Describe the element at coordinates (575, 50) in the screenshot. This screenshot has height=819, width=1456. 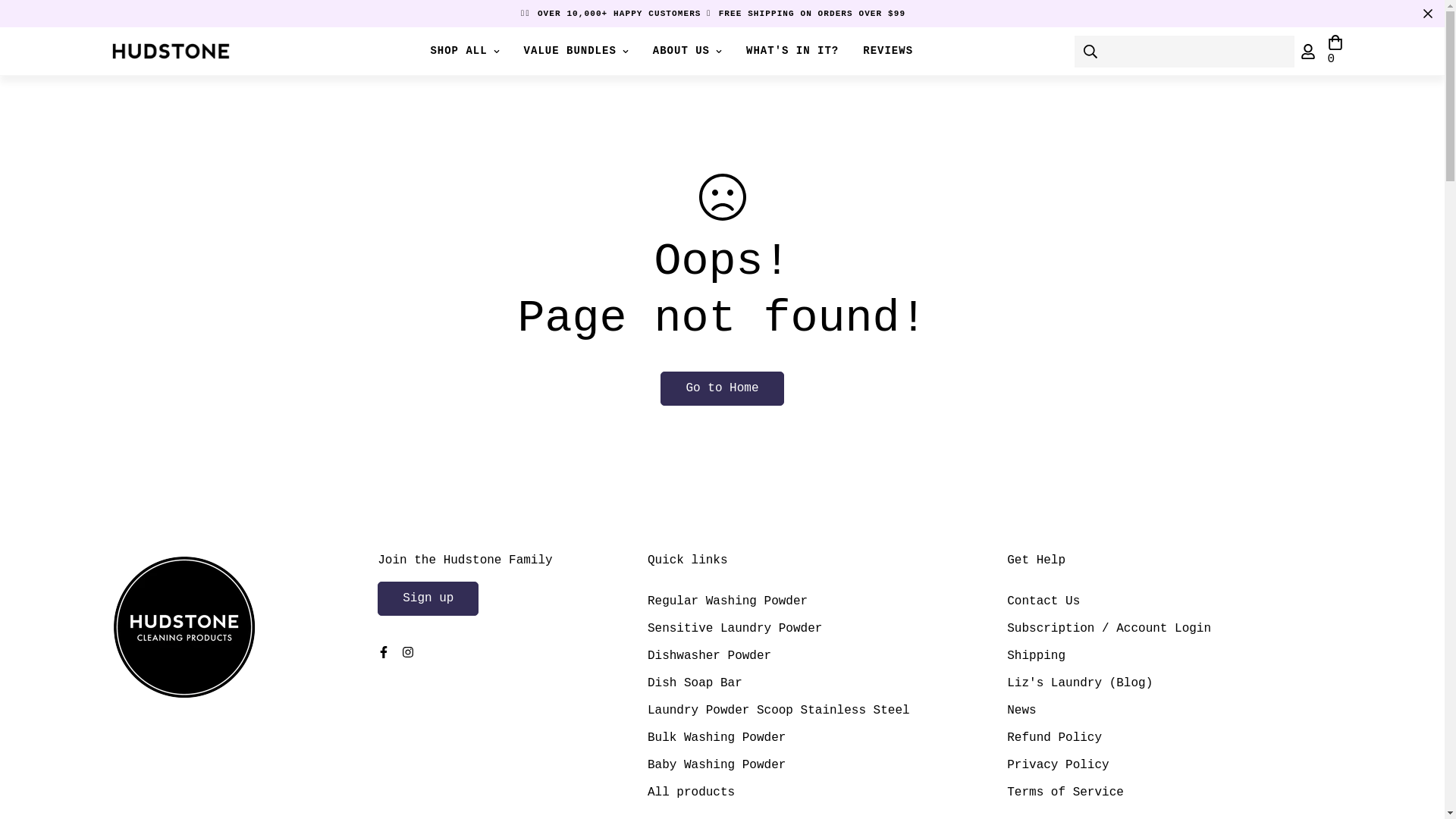
I see `'VALUE BUNDLES'` at that location.